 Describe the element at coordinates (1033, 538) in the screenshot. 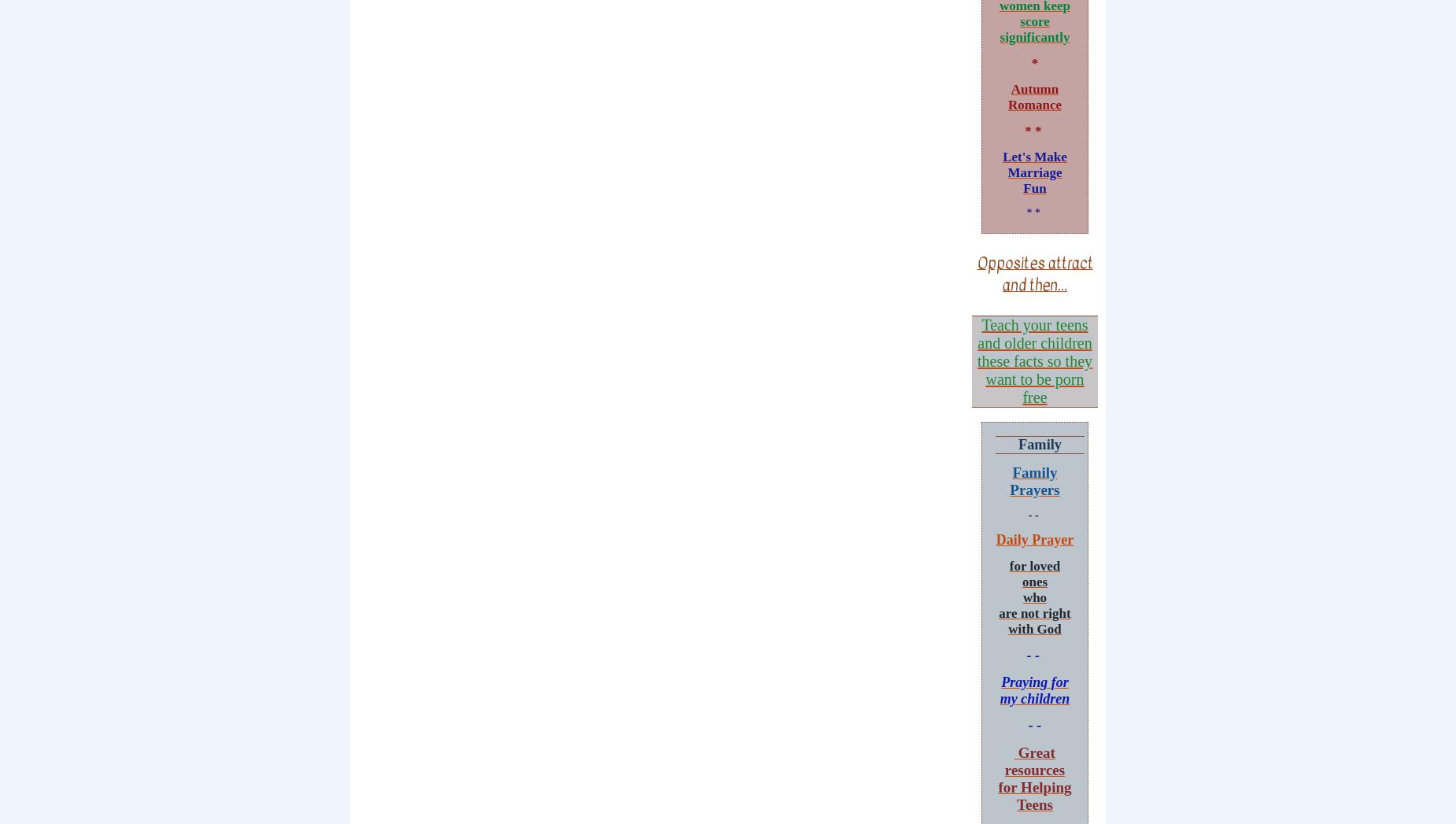

I see `'Daily Prayer'` at that location.